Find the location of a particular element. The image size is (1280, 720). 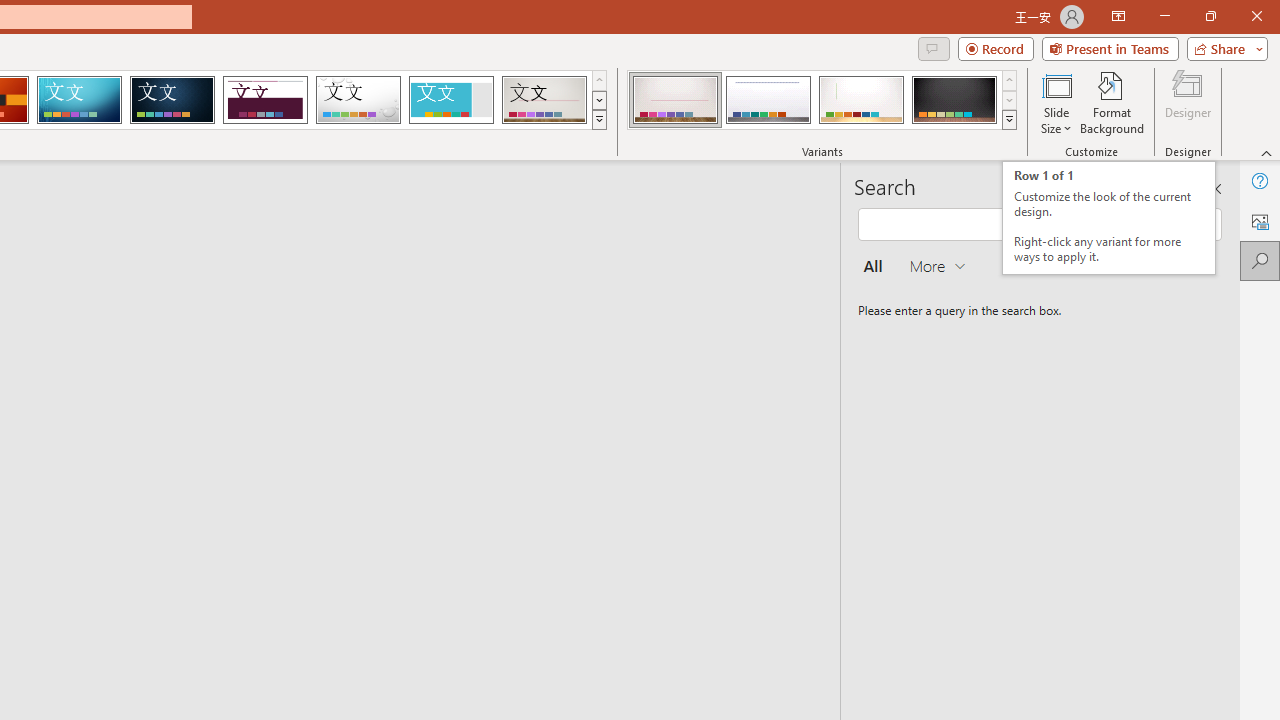

'Circuit' is located at coordinates (79, 100).